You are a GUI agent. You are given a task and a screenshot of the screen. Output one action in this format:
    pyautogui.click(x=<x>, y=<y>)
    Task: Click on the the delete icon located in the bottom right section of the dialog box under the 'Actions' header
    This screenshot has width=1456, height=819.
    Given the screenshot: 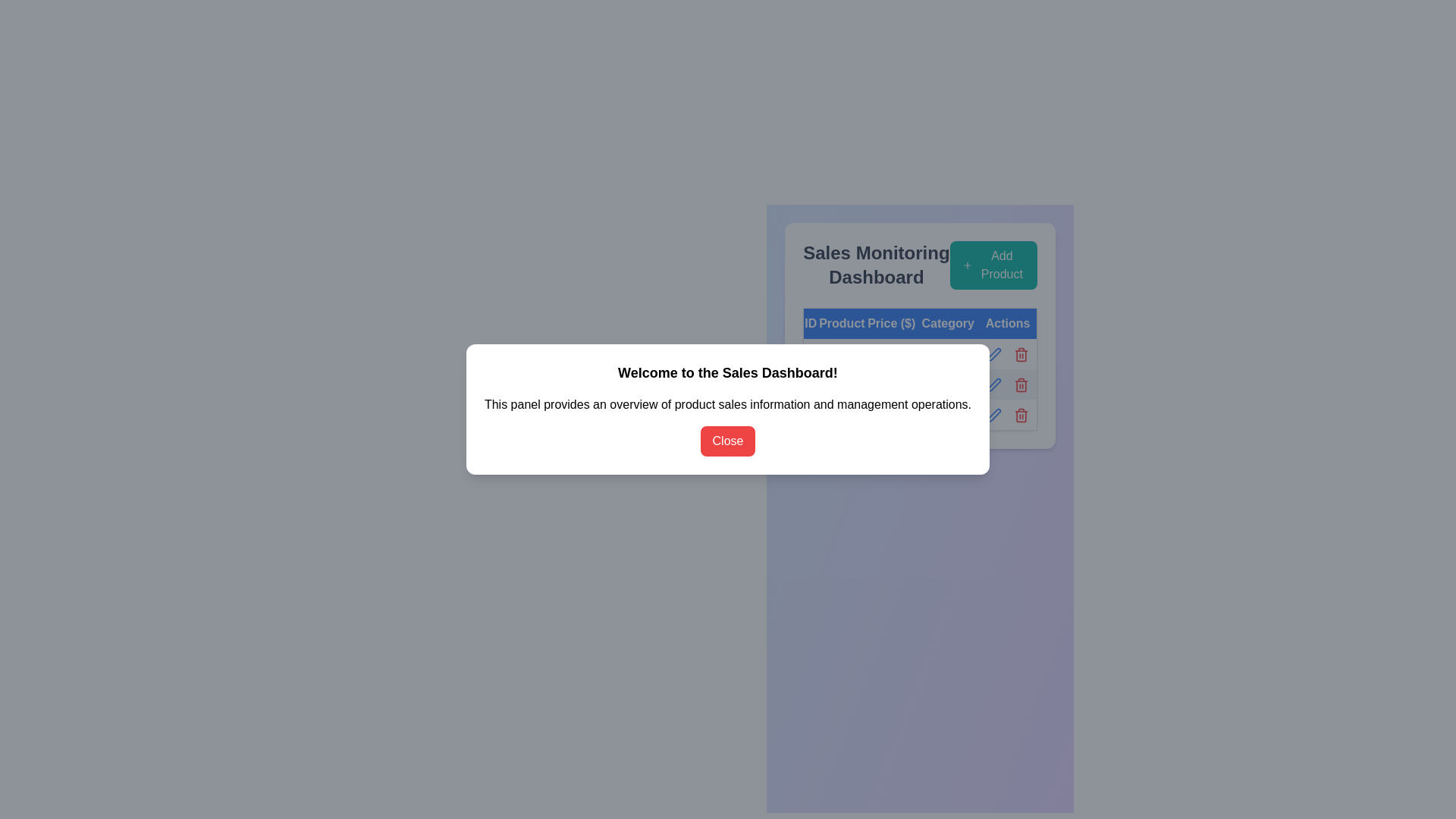 What is the action you would take?
    pyautogui.click(x=1021, y=353)
    